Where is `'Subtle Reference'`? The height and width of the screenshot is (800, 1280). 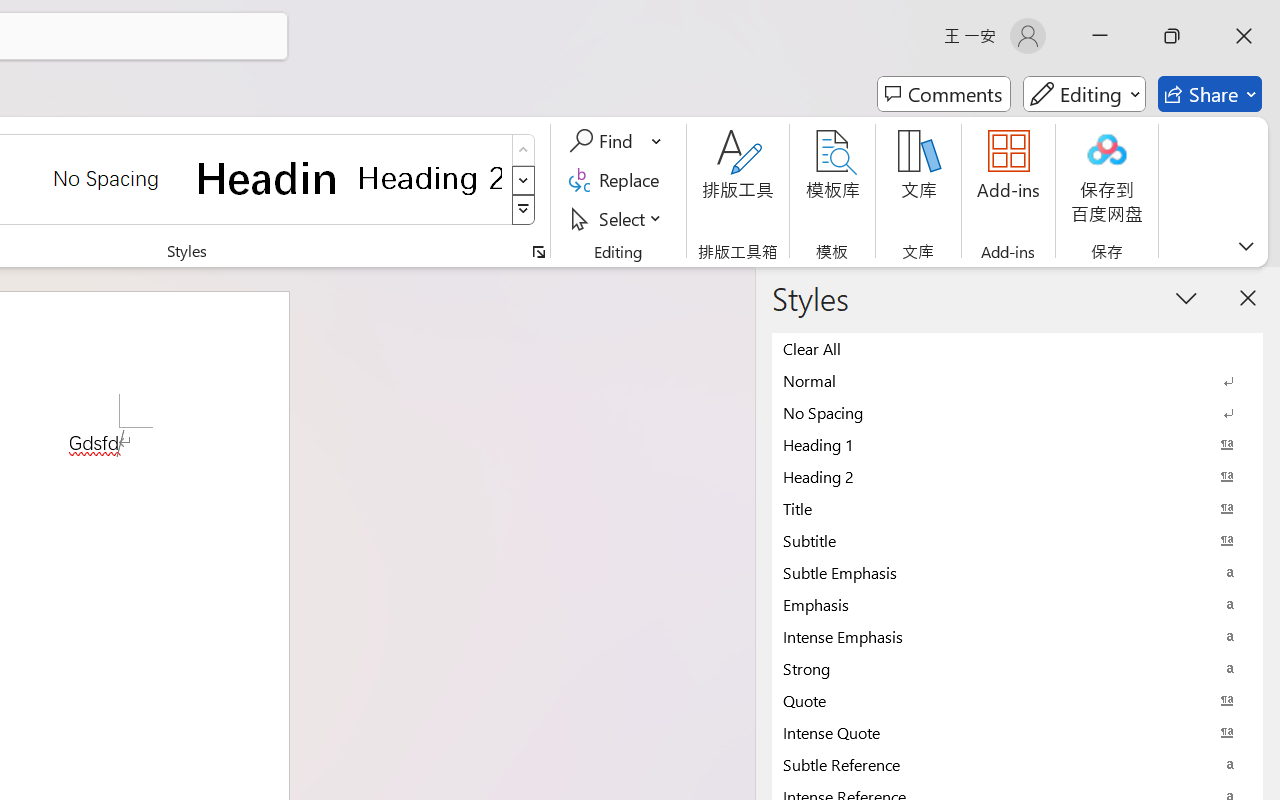 'Subtle Reference' is located at coordinates (1017, 764).